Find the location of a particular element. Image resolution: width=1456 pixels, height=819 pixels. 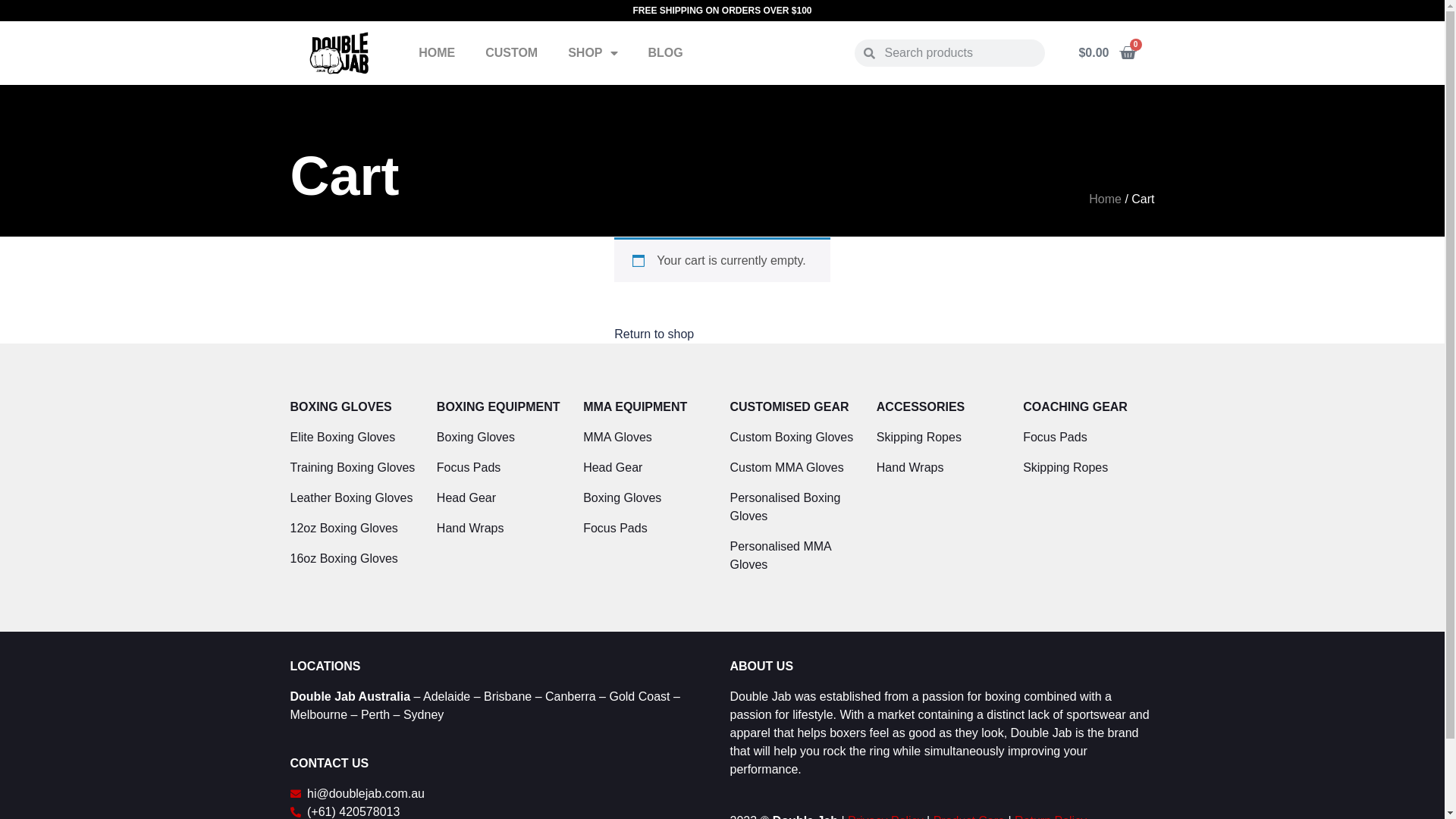

'Leather Boxing Gloves' is located at coordinates (354, 497).